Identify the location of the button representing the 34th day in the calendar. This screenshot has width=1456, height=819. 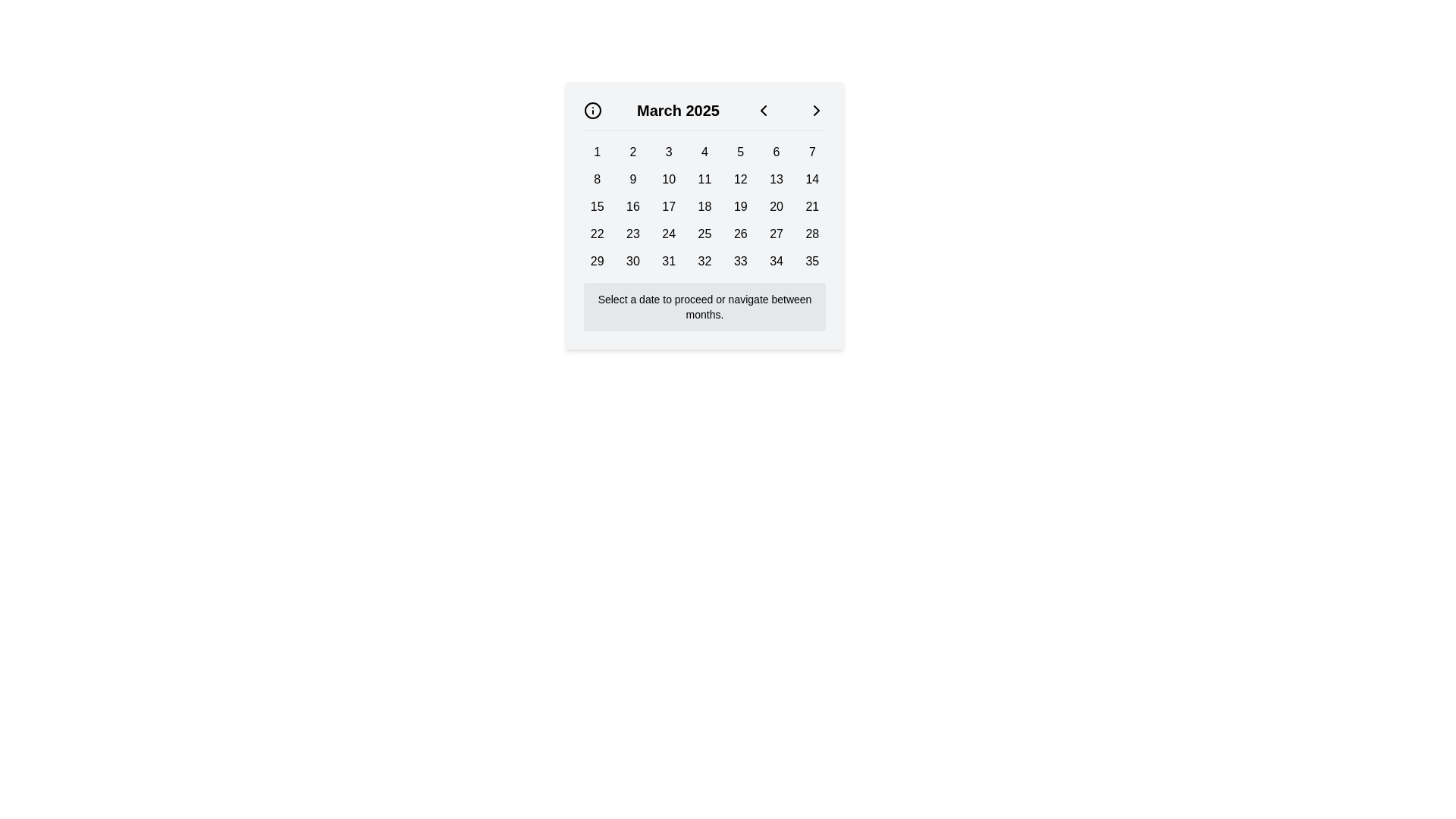
(777, 260).